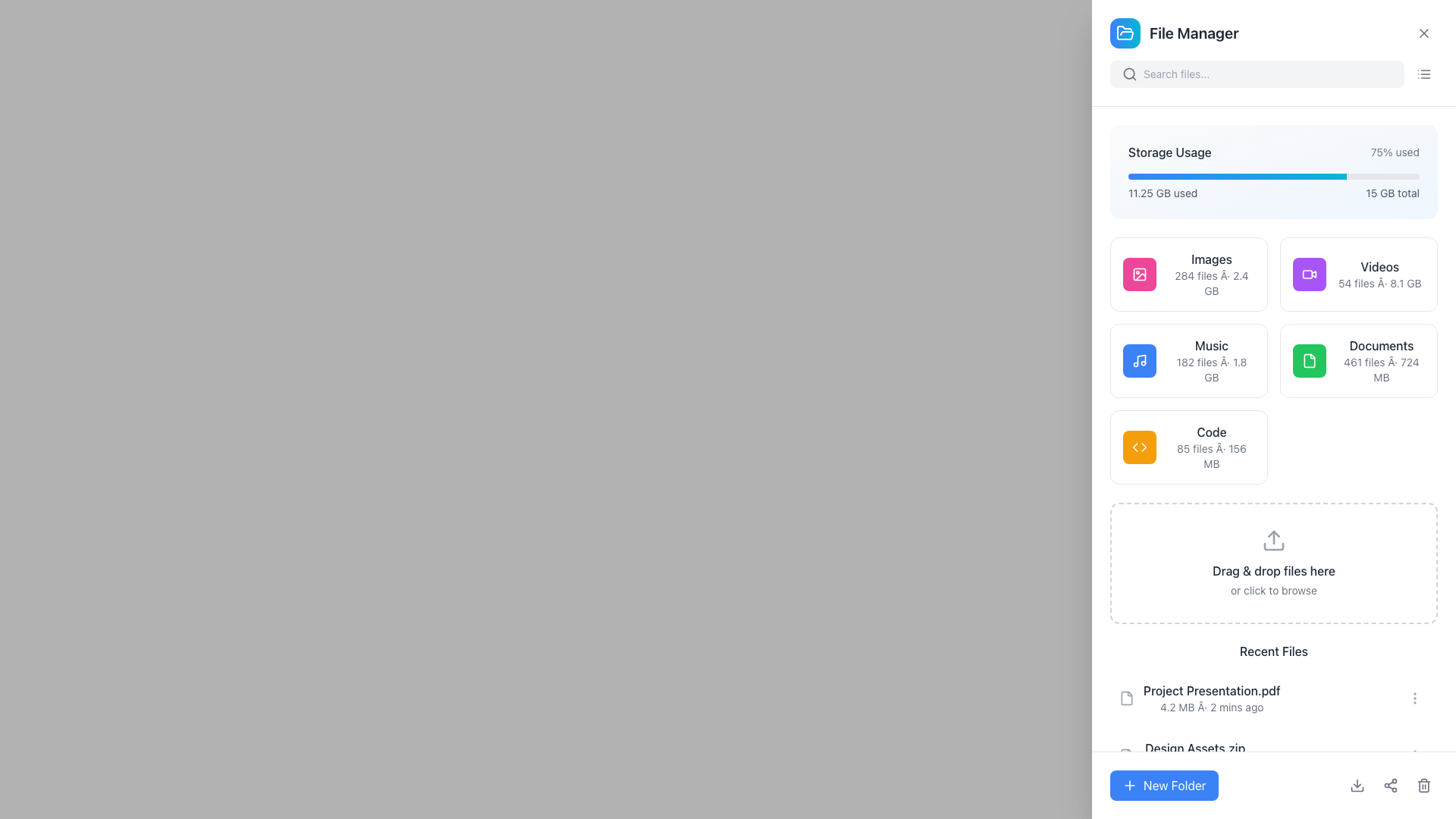  I want to click on on the File entry displaying the name 'Design Assets.zip' in the Recent Files section of the file manager, so click(1182, 755).